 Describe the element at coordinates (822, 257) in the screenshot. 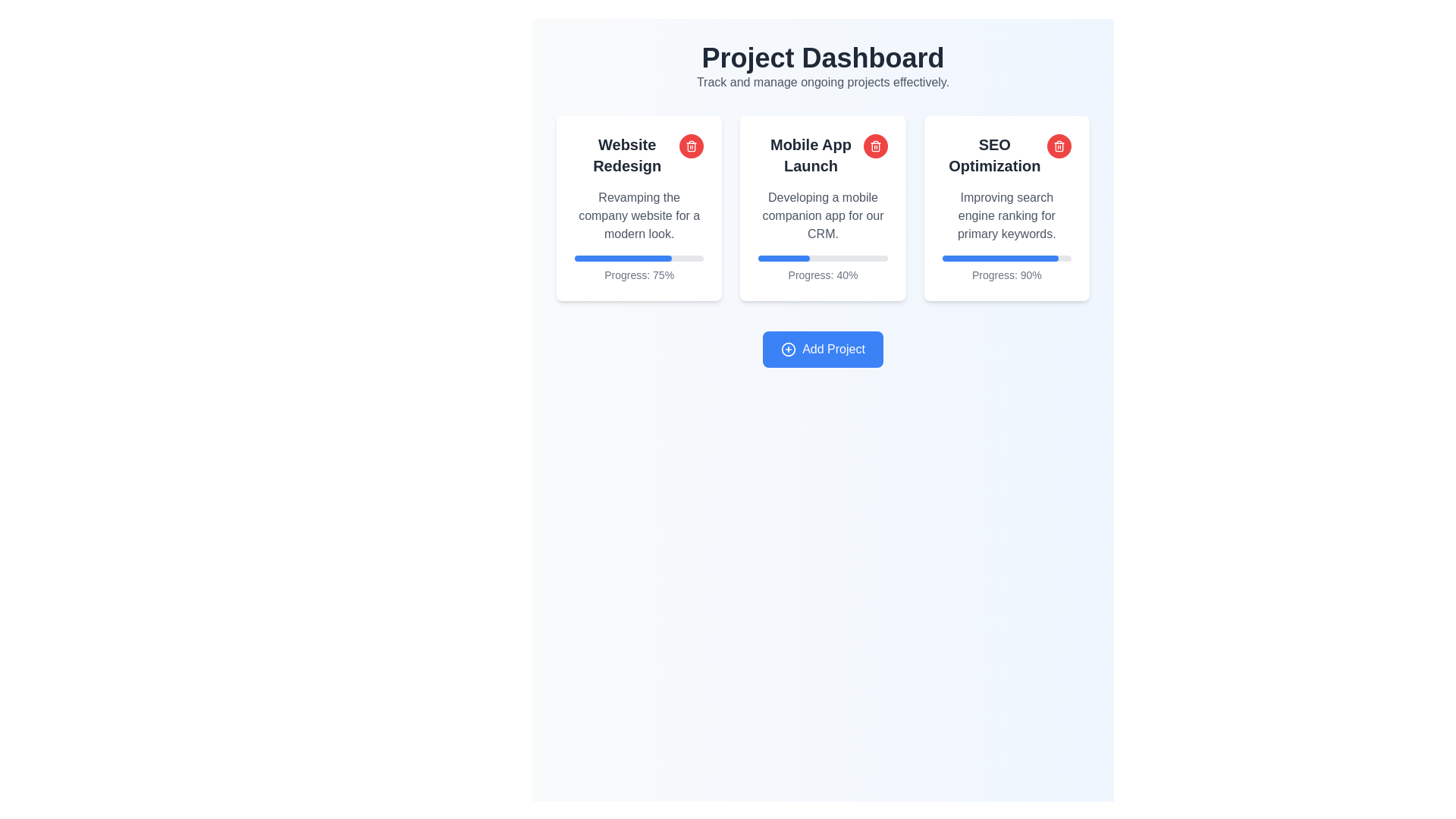

I see `the progress bar representing the task completion for the 'Mobile App Launch' project located on the dashboard, which shows 'Progress: 40%'` at that location.